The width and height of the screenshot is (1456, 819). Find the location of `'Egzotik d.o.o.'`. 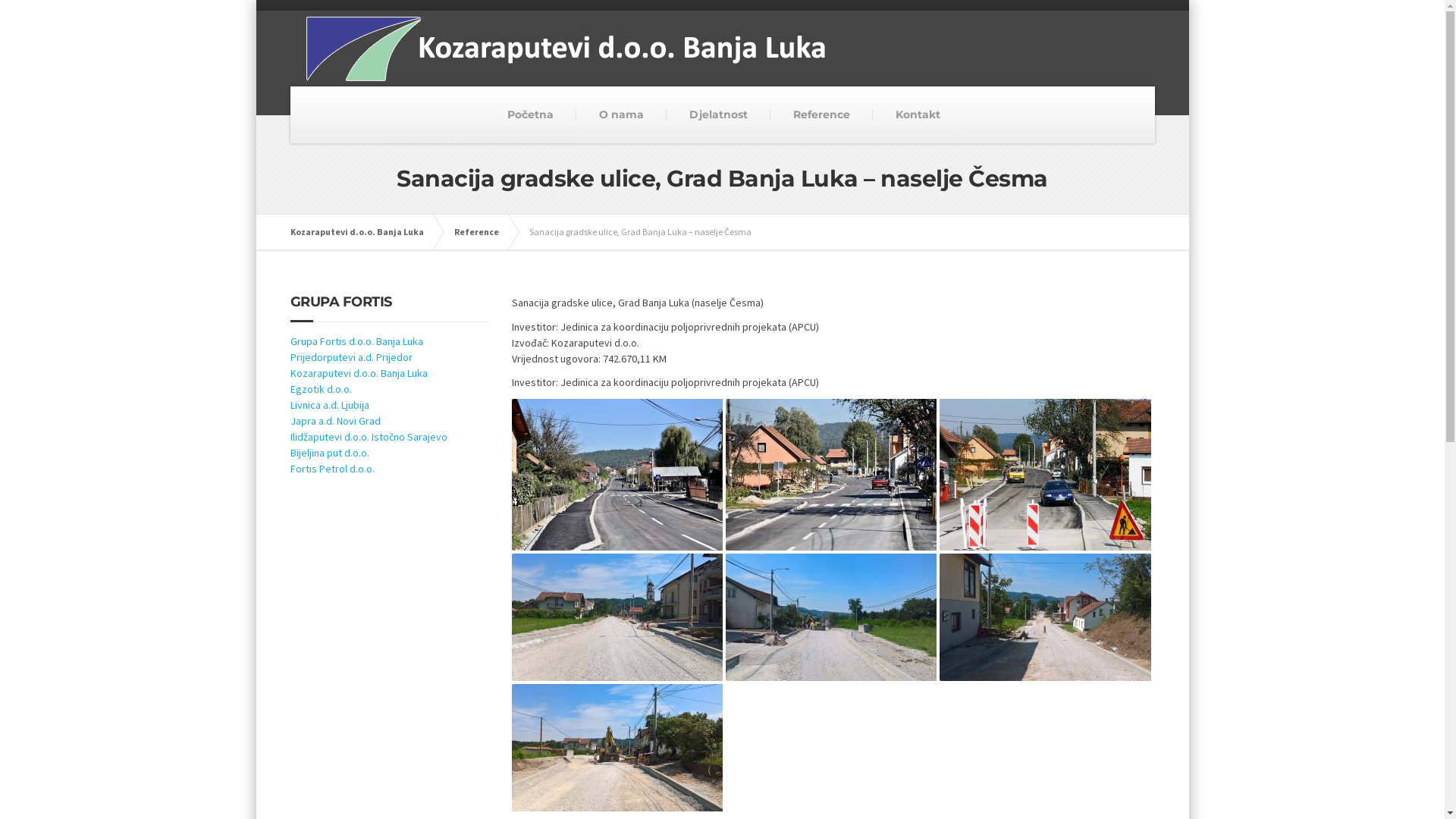

'Egzotik d.o.o.' is located at coordinates (319, 388).